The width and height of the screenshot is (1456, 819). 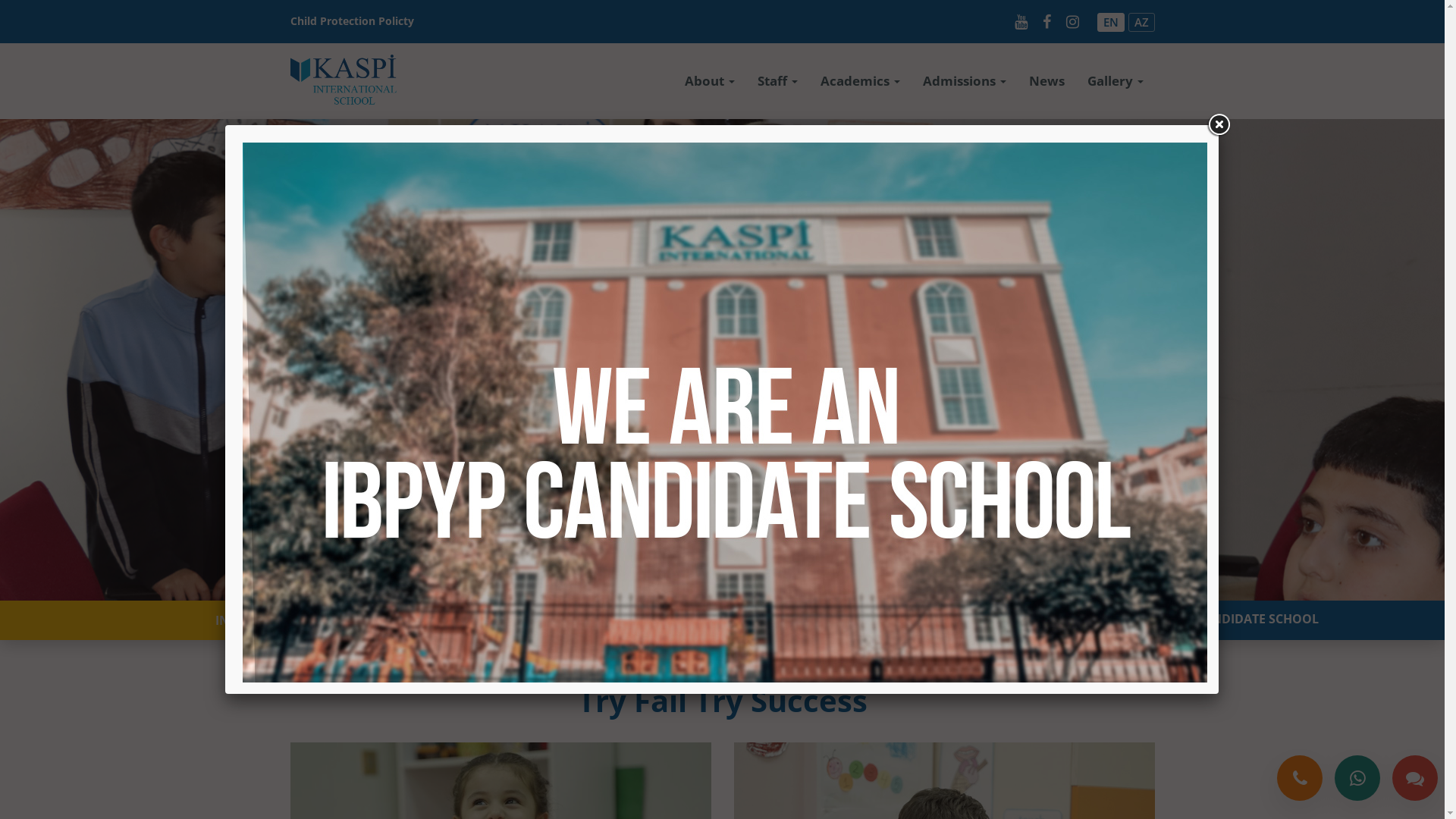 What do you see at coordinates (777, 81) in the screenshot?
I see `'Staff'` at bounding box center [777, 81].